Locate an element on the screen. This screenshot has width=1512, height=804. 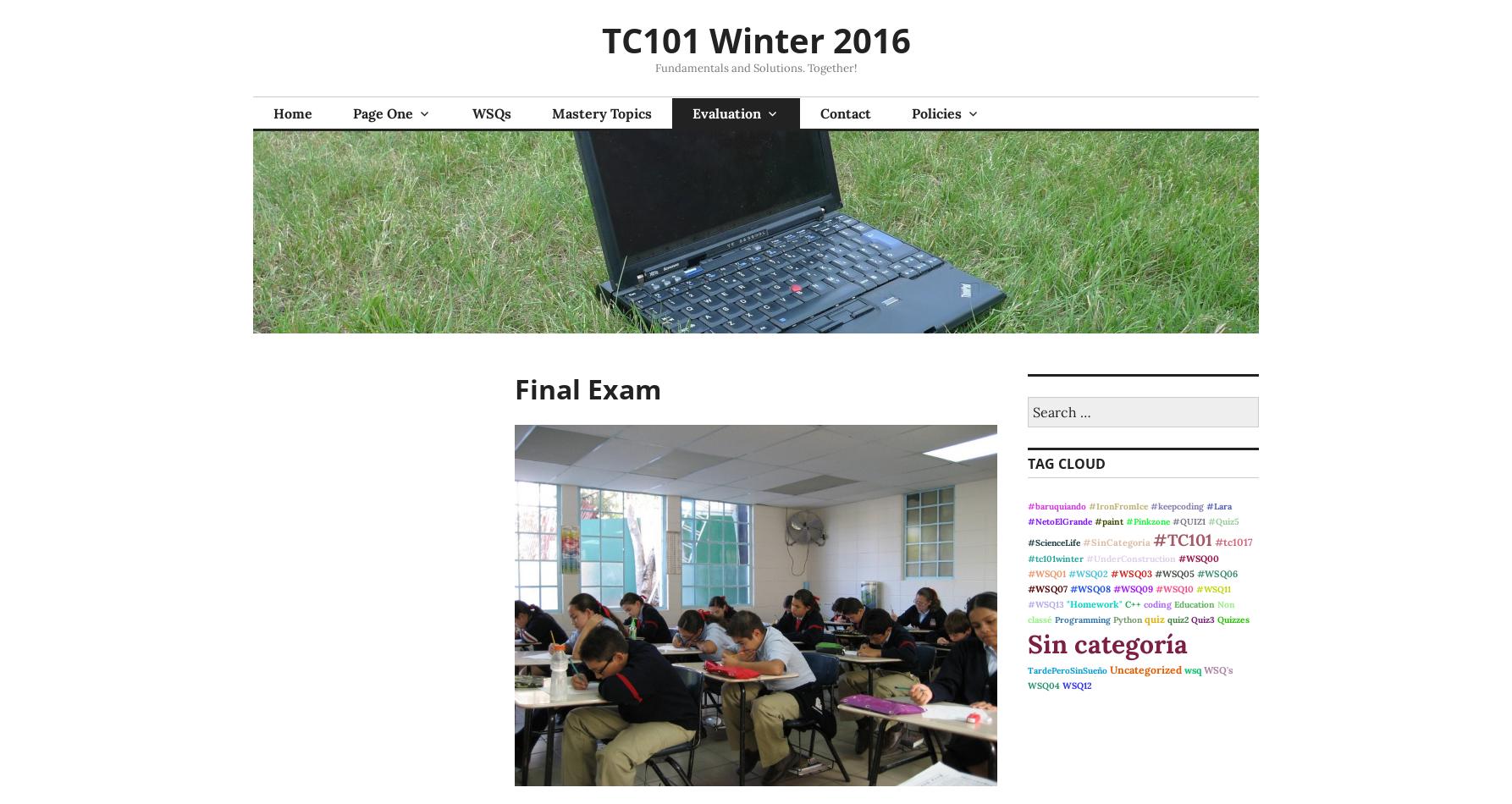
'#QUIZ1' is located at coordinates (1188, 521).